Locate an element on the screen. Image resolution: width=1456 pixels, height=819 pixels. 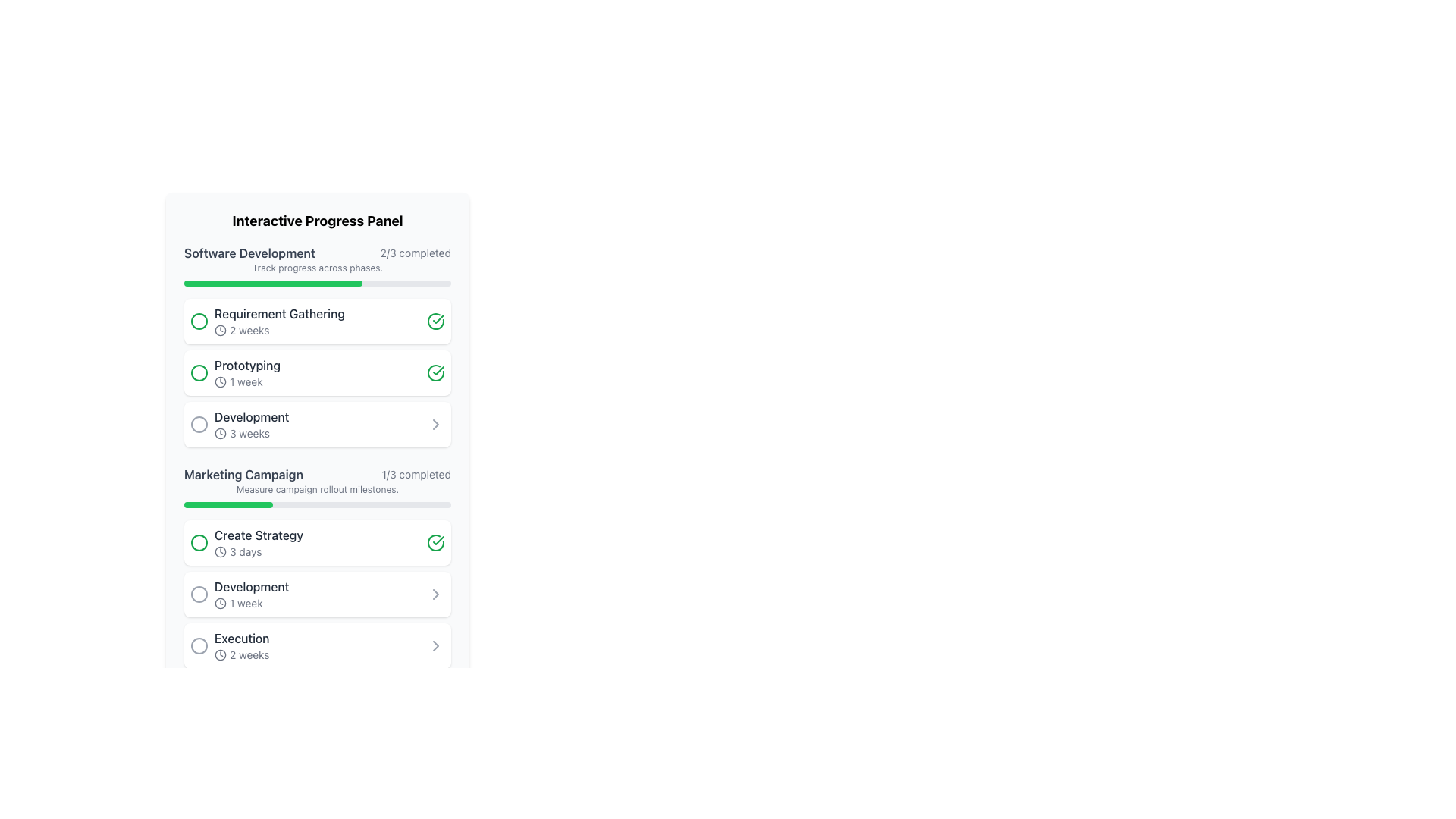
the circular checkbox to the left of the 'Create Strategy' text block to mark the task as completed is located at coordinates (259, 542).